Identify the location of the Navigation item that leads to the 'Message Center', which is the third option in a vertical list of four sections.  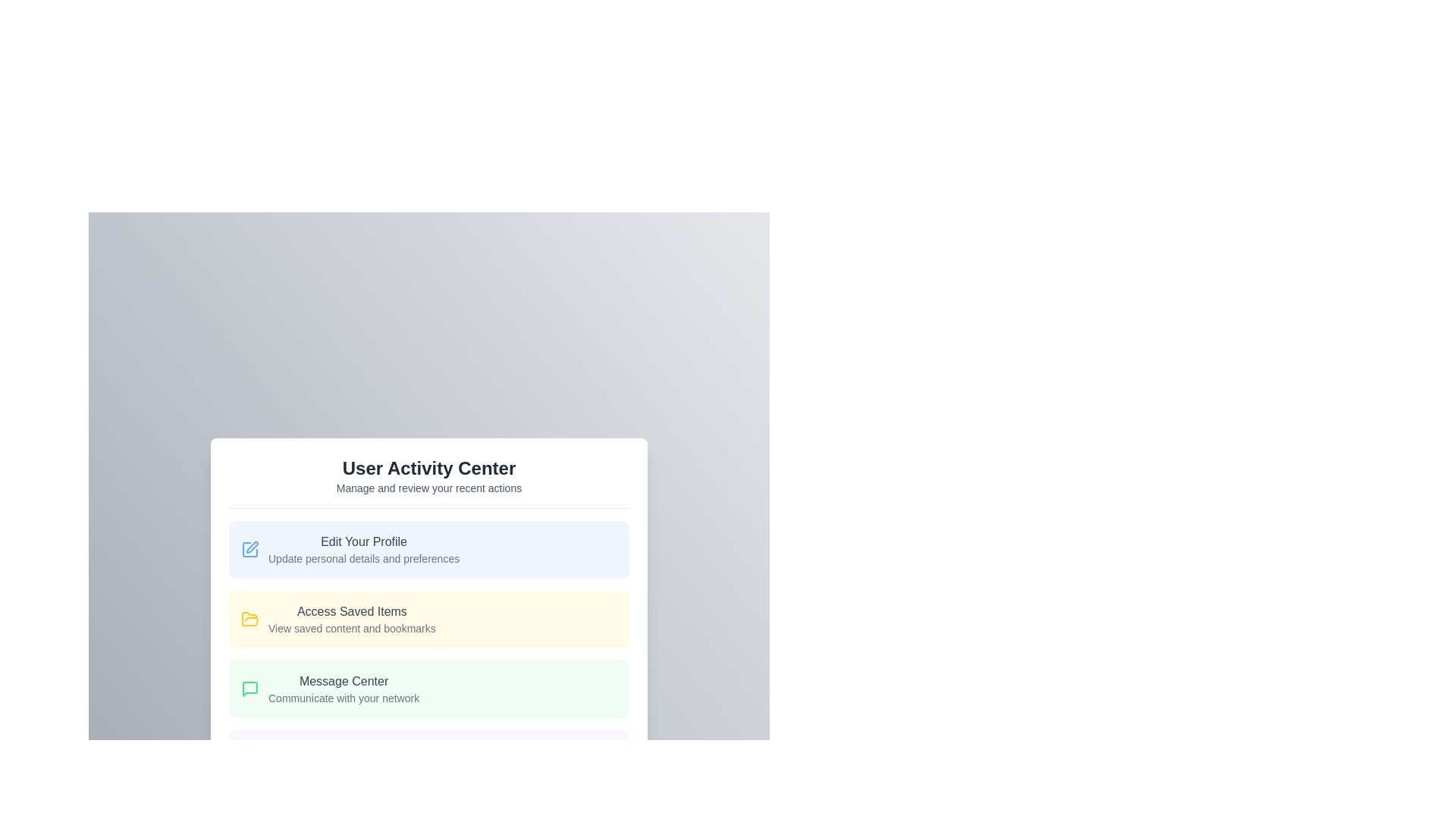
(428, 688).